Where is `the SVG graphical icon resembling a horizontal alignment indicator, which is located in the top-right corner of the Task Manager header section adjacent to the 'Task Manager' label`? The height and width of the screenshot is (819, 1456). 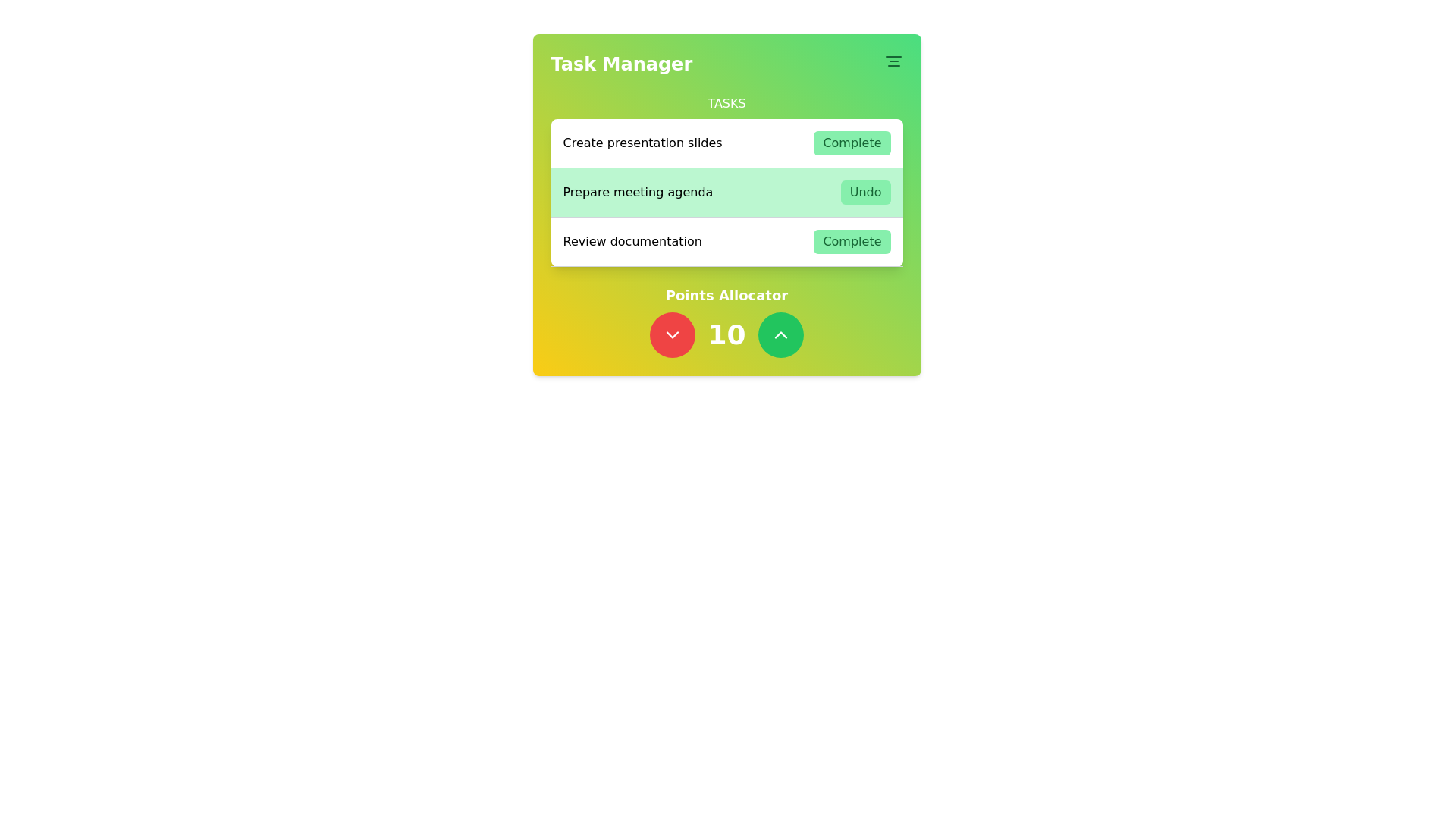
the SVG graphical icon resembling a horizontal alignment indicator, which is located in the top-right corner of the Task Manager header section adjacent to the 'Task Manager' label is located at coordinates (893, 61).